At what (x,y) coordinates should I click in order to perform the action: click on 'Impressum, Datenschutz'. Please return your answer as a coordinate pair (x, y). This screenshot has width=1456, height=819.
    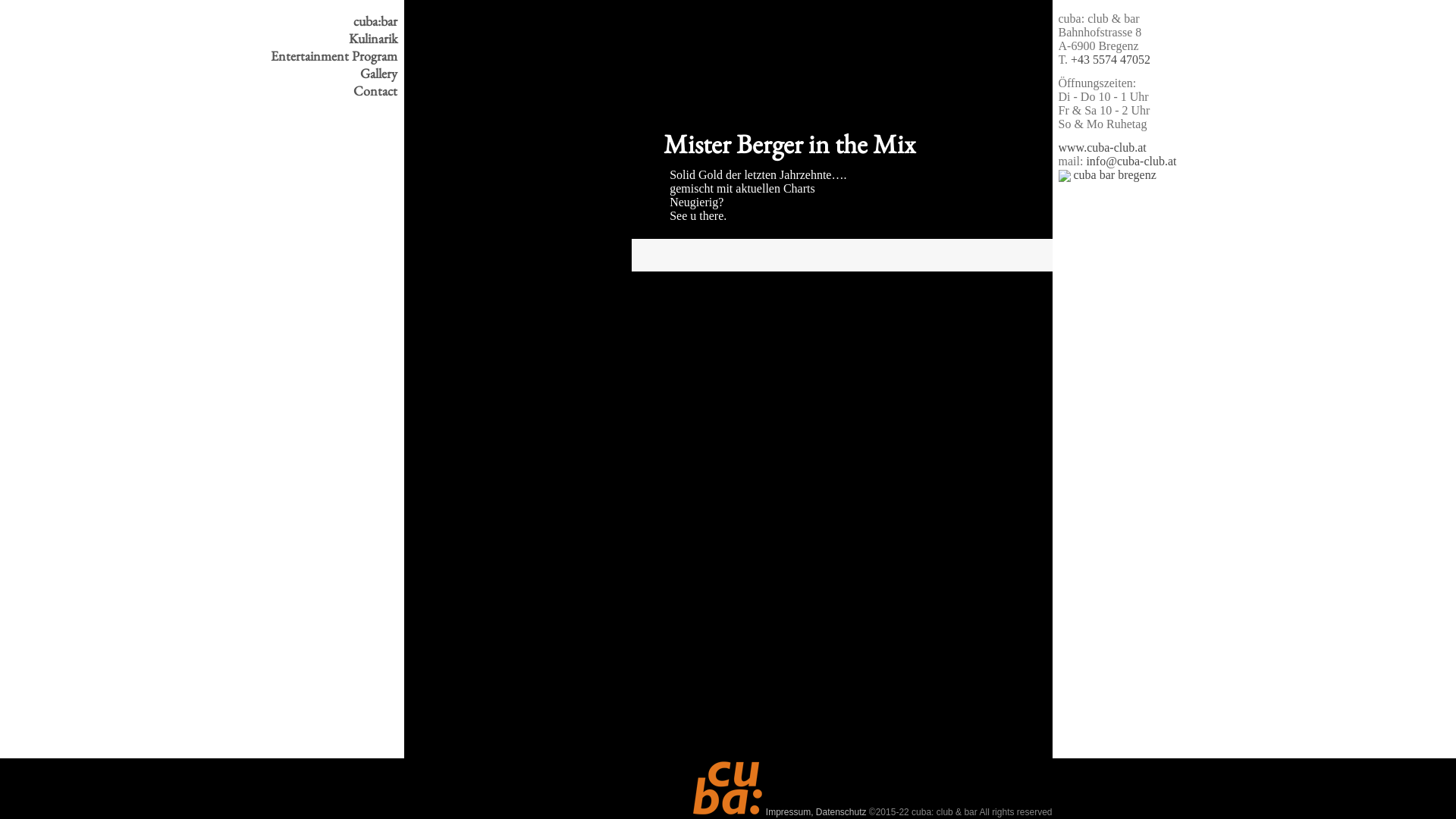
    Looking at the image, I should click on (815, 811).